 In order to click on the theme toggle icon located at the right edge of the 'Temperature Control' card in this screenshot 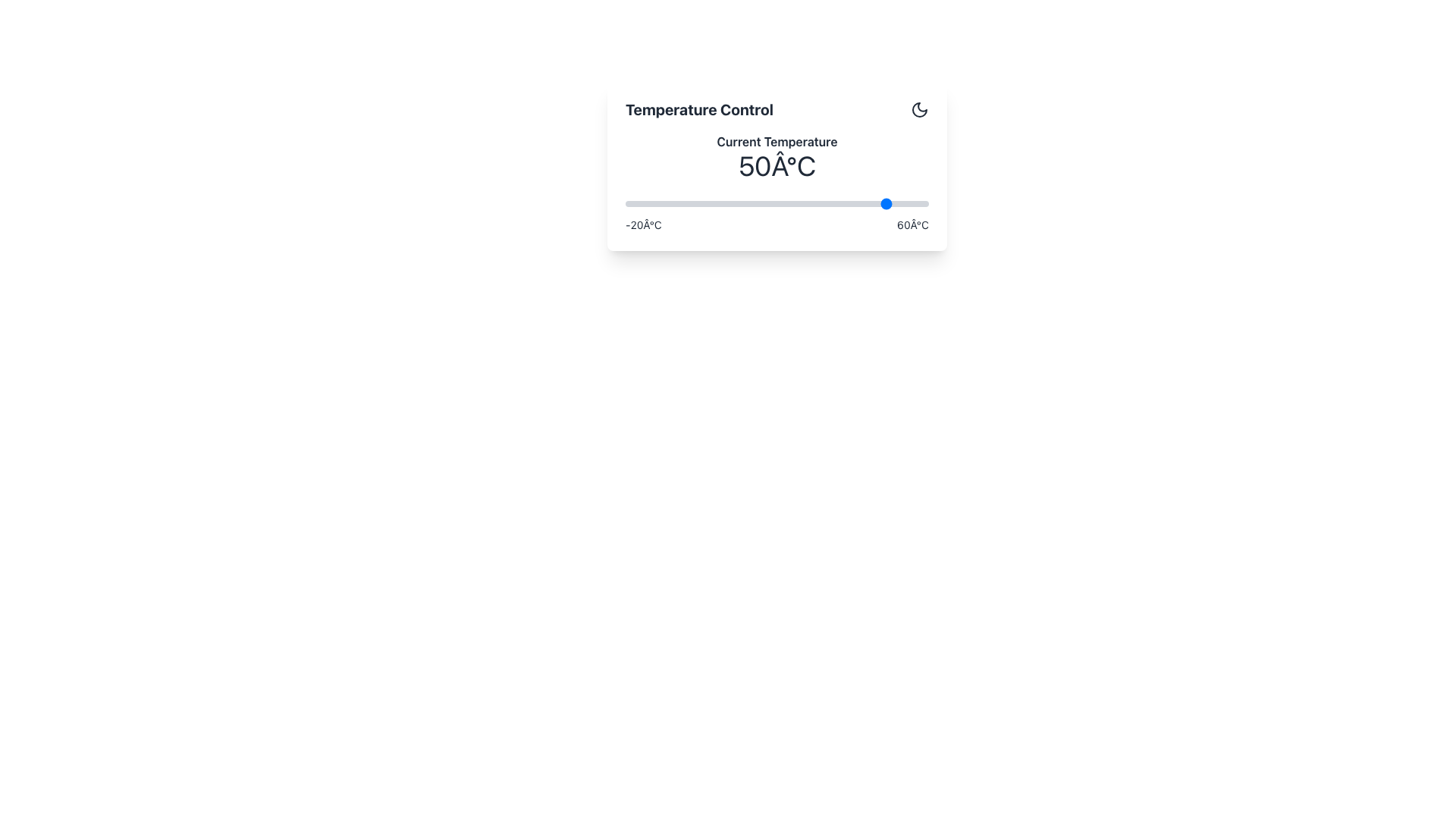, I will do `click(919, 109)`.